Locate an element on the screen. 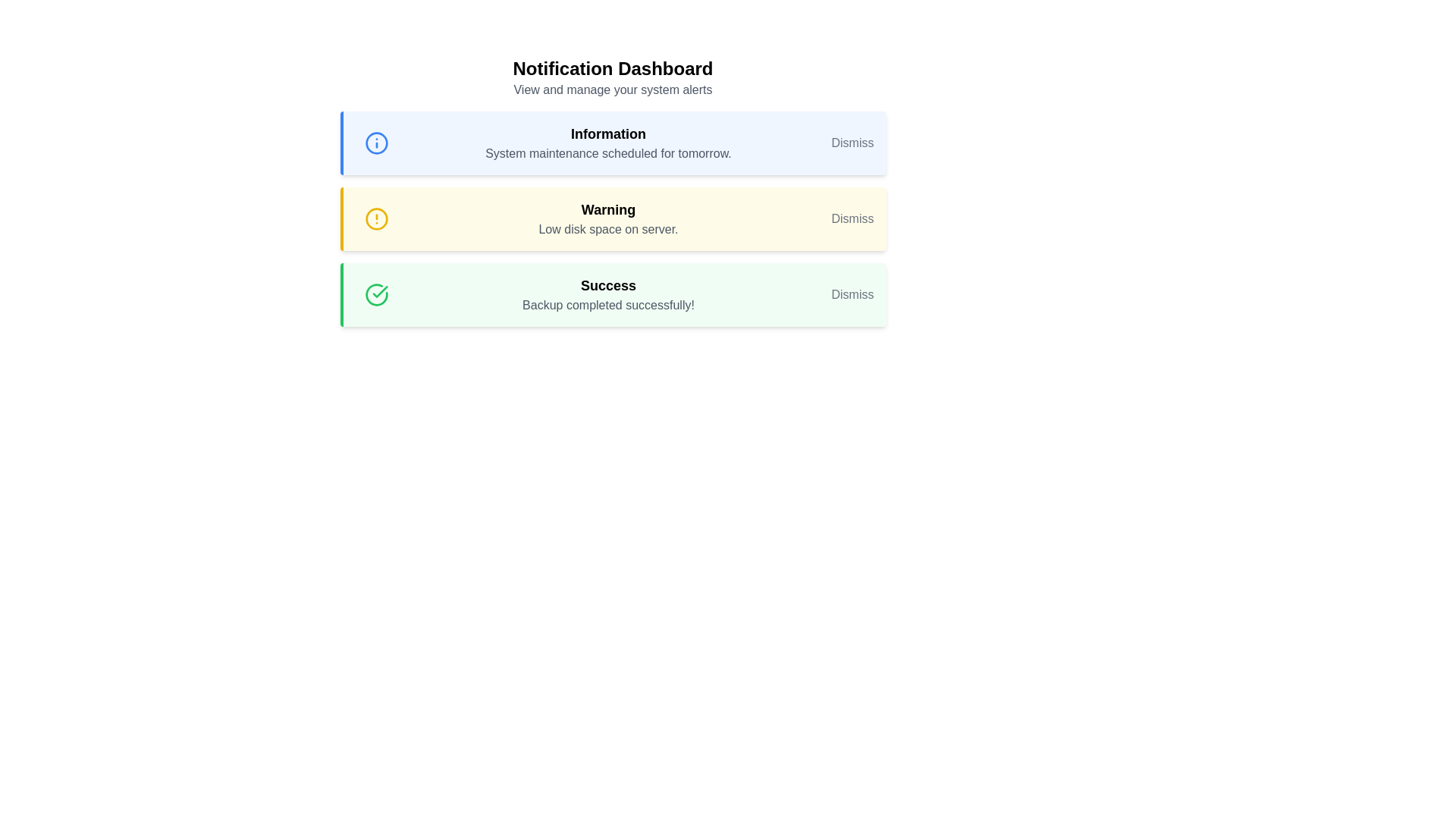 The height and width of the screenshot is (819, 1456). the warning icon located in the yellow-background section labeled 'Warning', which is positioned on the left side adjacent to the text 'Warning' is located at coordinates (376, 219).